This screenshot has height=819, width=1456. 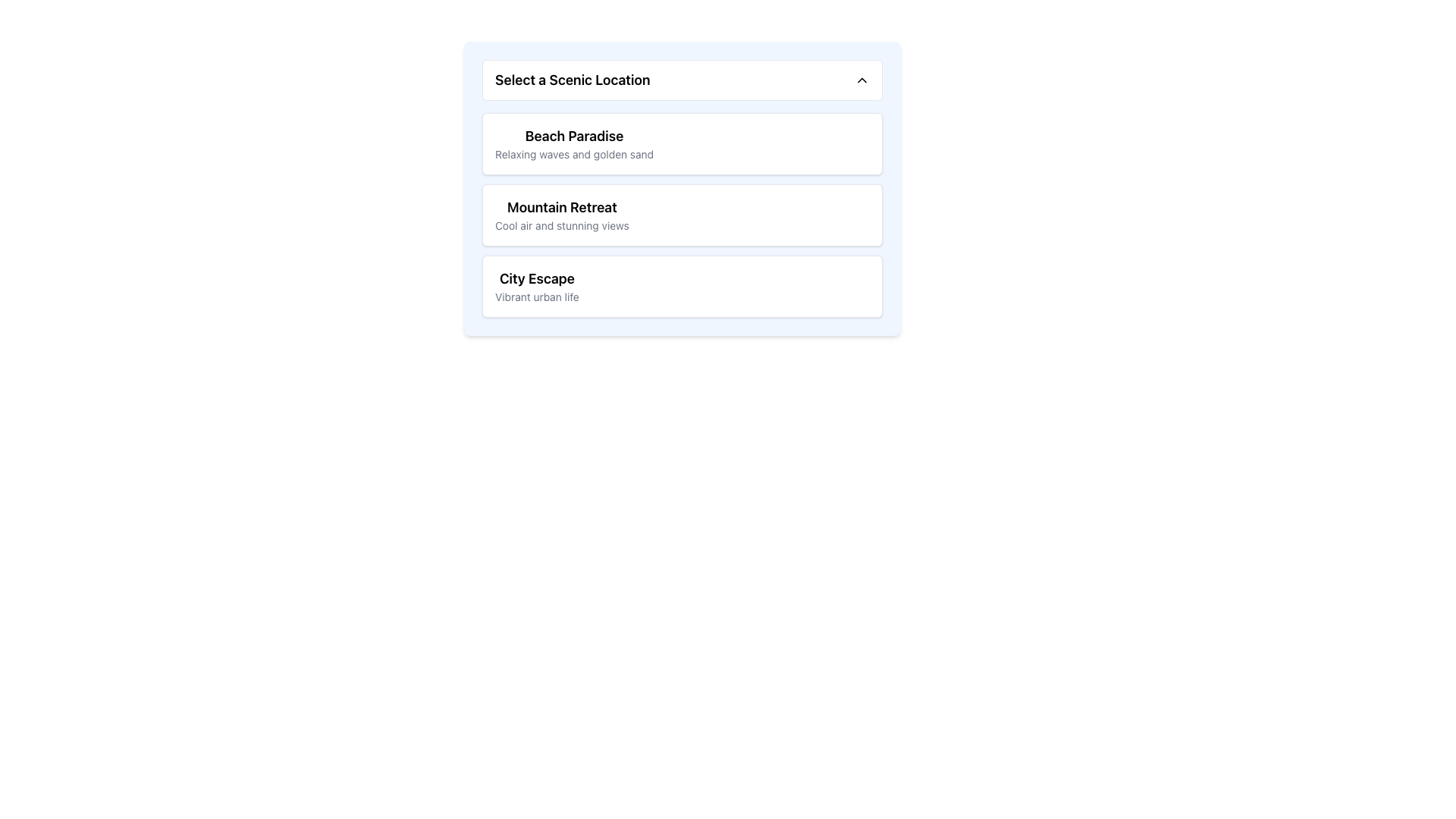 I want to click on on the selectable item labeled 'City Escape' which is the third entry in the vertical list of options, so click(x=682, y=287).